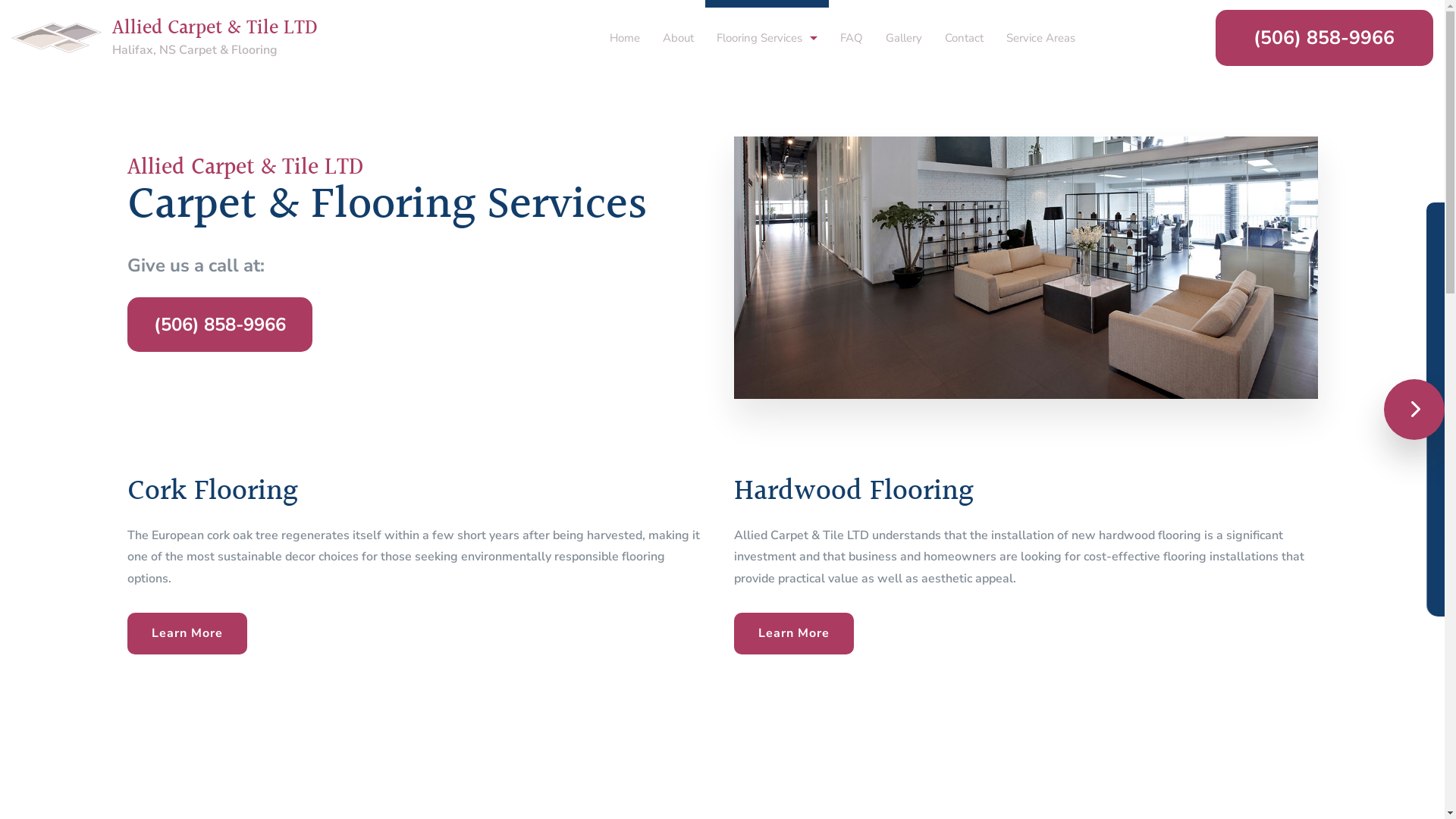  Describe the element at coordinates (828, 27) in the screenshot. I see `'FAQ'` at that location.